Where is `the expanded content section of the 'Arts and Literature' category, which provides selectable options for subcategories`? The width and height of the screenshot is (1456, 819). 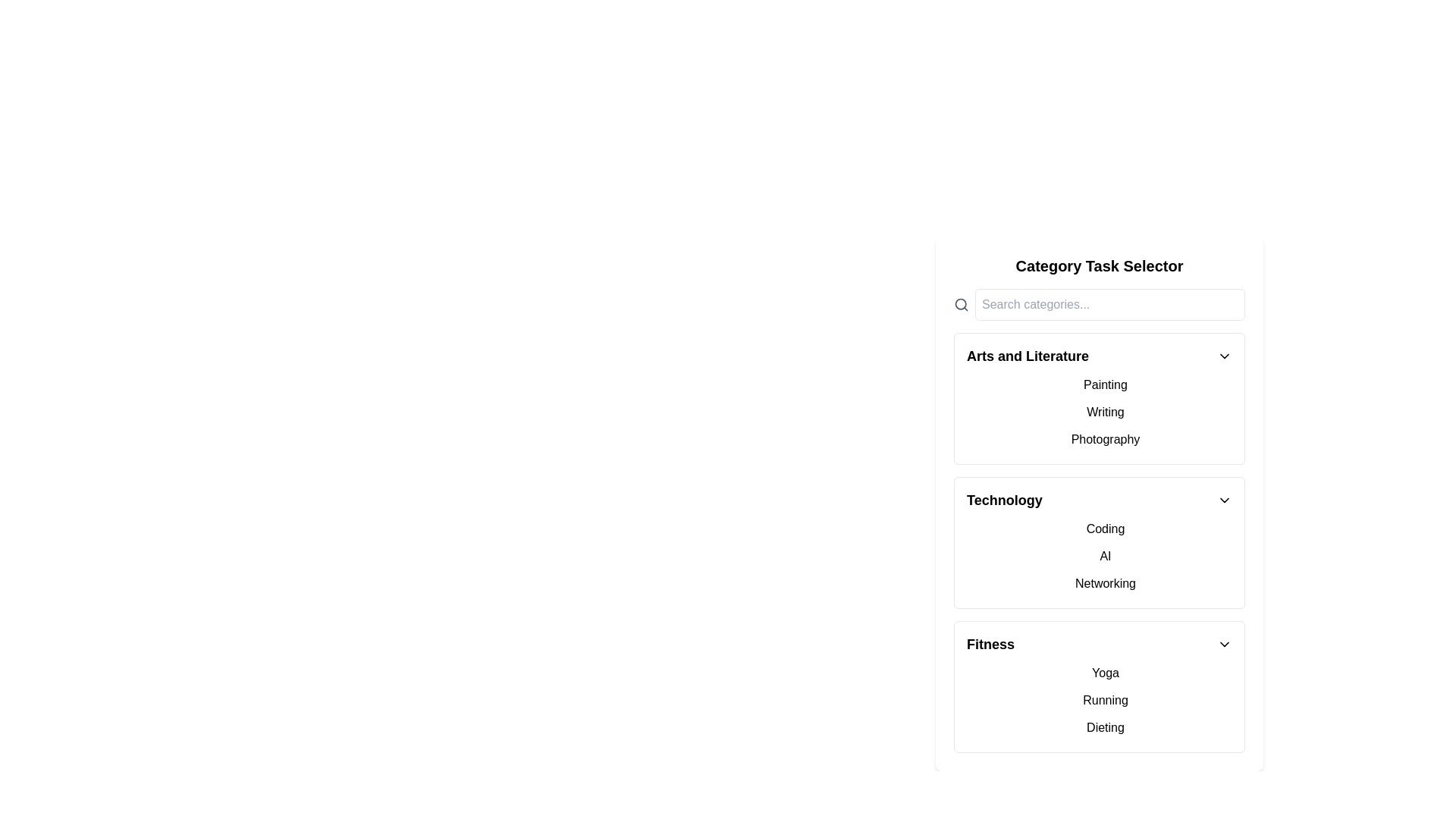
the expanded content section of the 'Arts and Literature' category, which provides selectable options for subcategories is located at coordinates (1099, 412).